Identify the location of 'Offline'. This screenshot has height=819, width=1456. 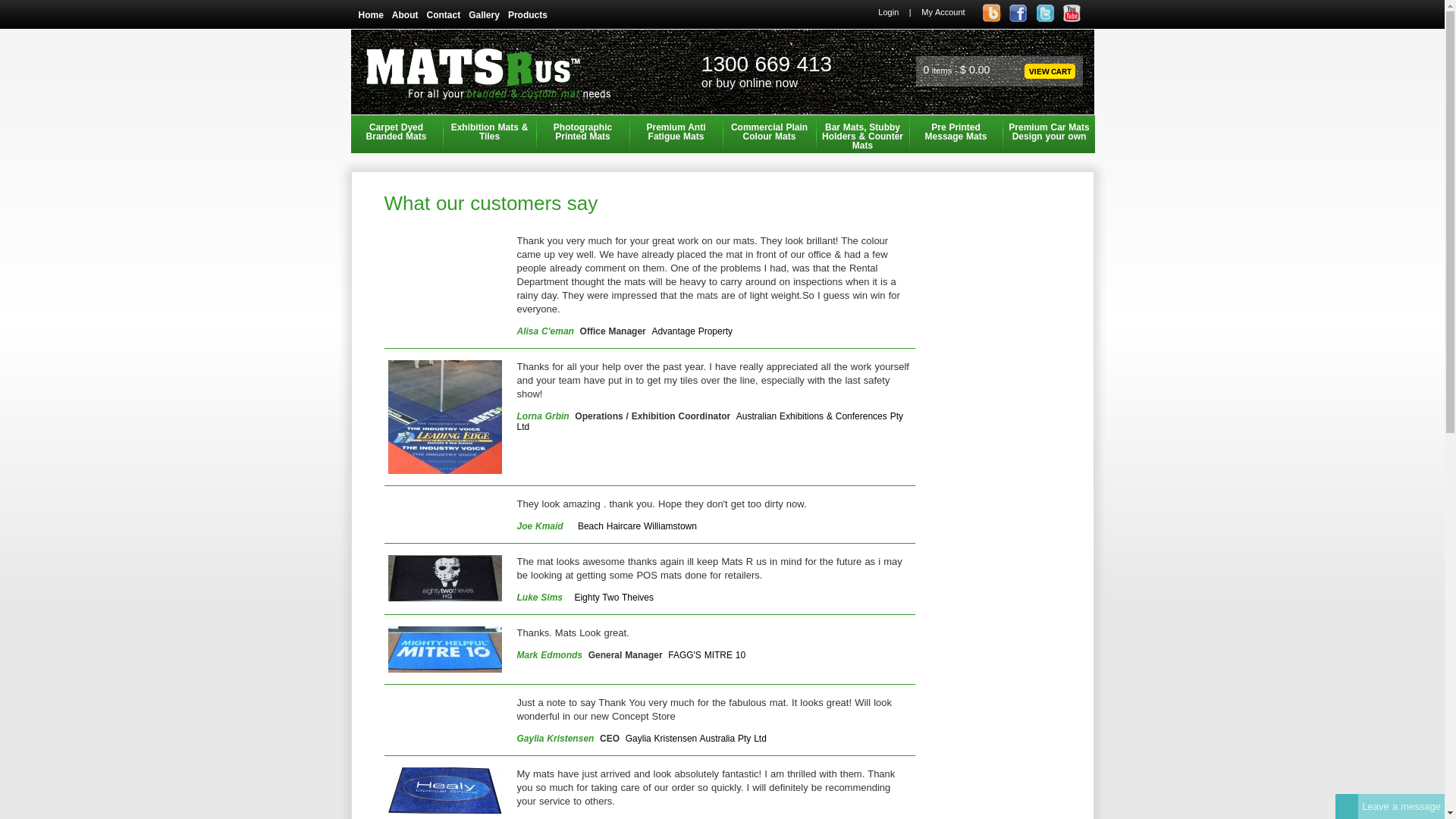
(1347, 805).